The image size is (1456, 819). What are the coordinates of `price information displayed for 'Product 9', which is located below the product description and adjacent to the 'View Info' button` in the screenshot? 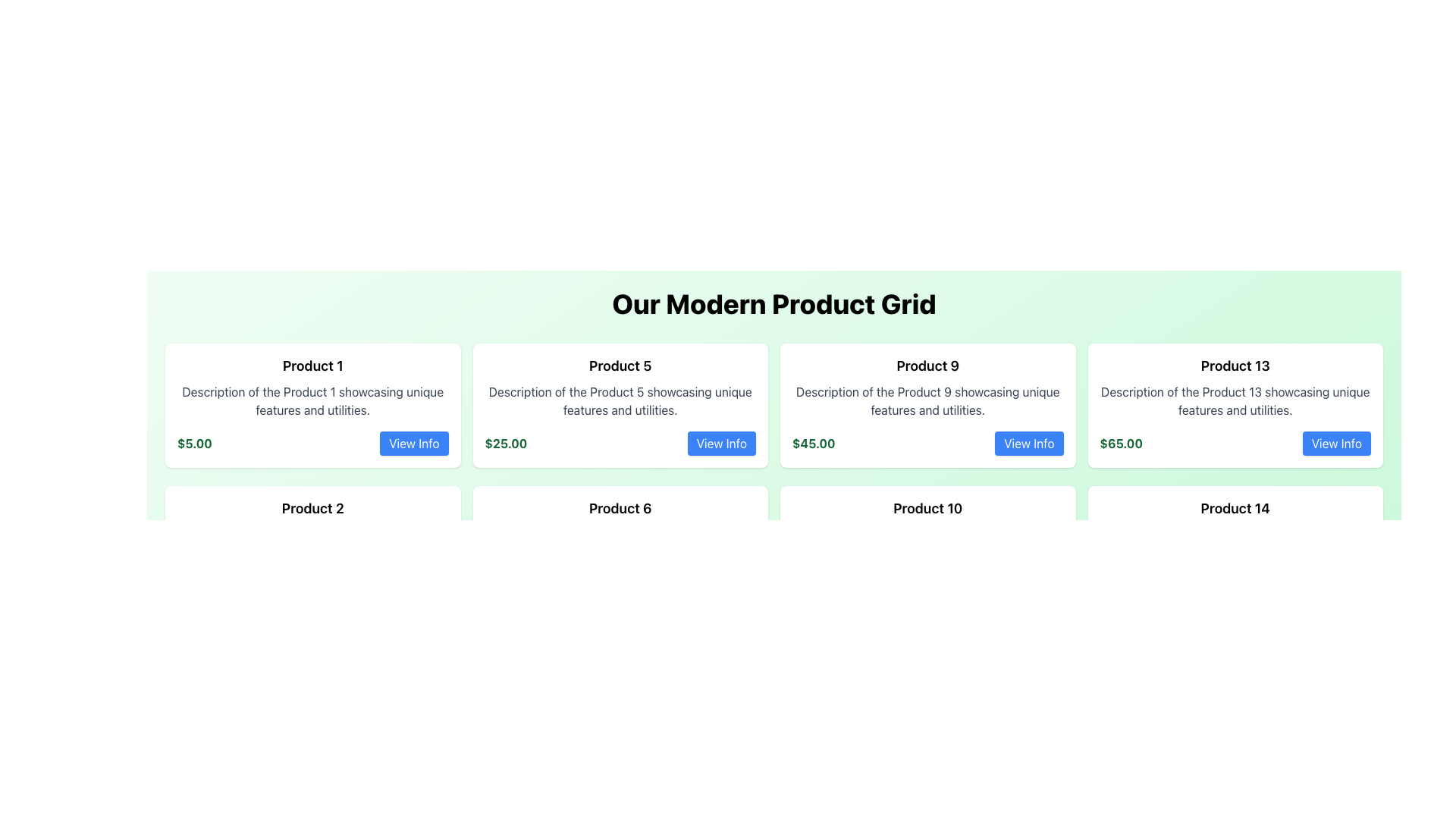 It's located at (813, 444).